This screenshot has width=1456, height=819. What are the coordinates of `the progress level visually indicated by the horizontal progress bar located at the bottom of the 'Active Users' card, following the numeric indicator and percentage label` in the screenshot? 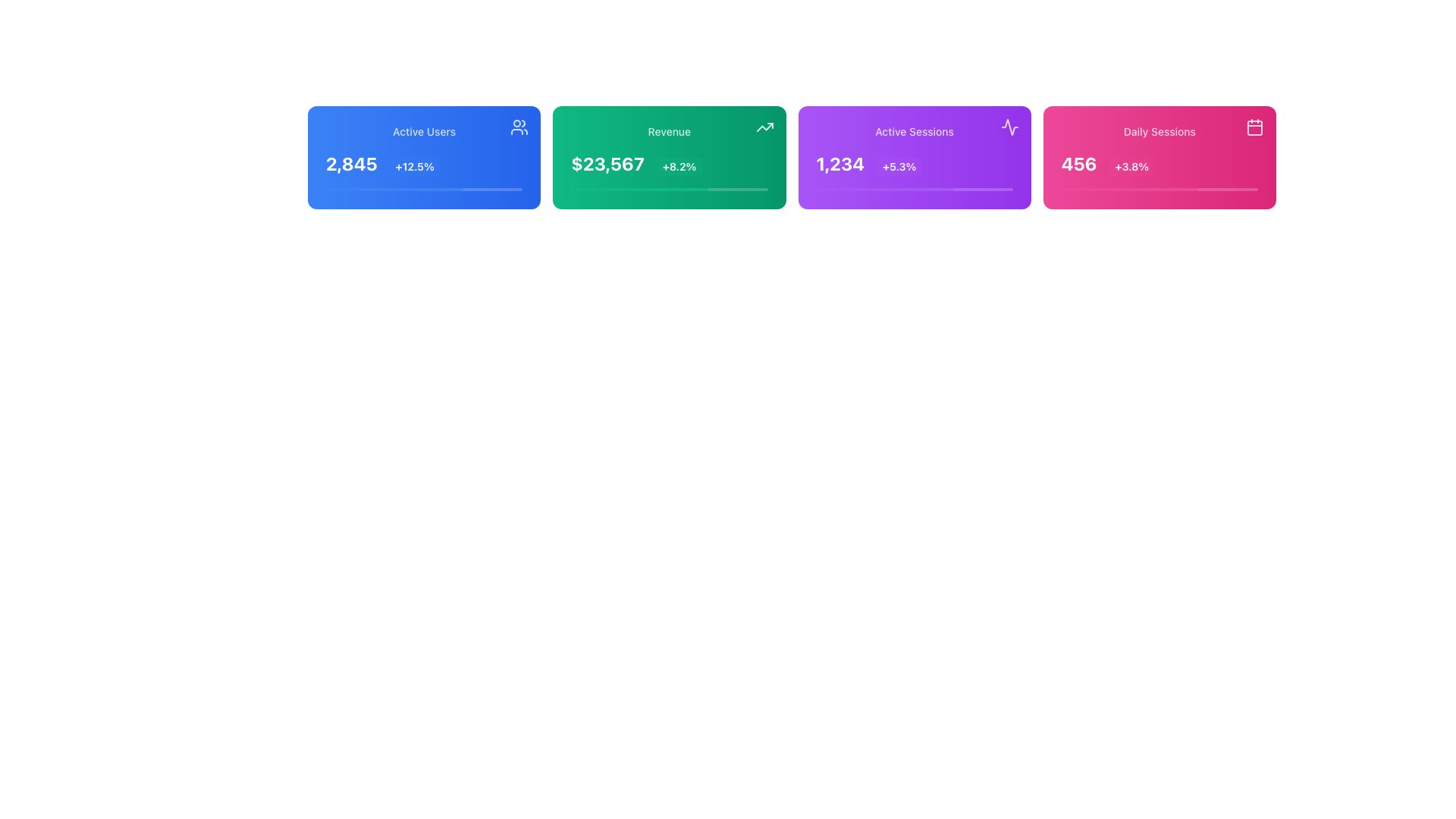 It's located at (424, 189).